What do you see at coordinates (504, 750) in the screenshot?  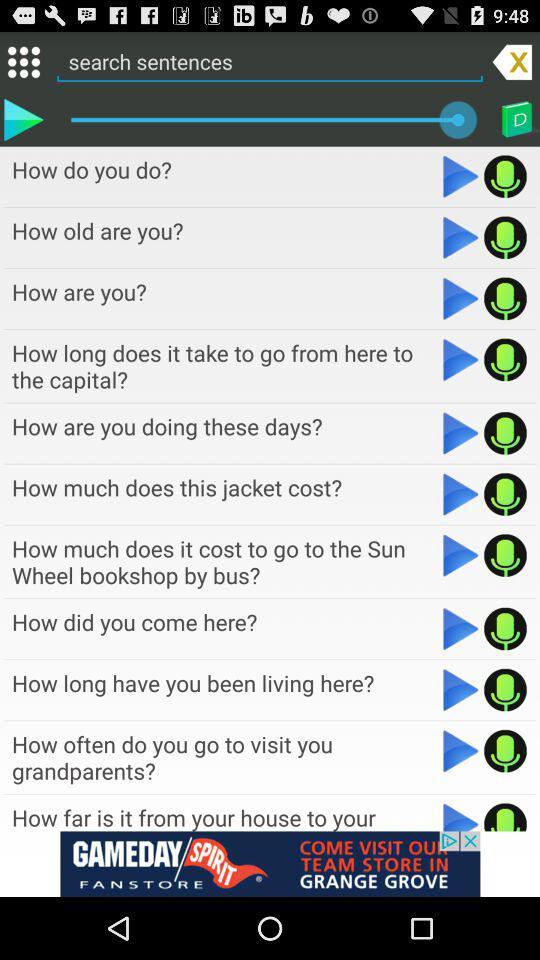 I see `record audio` at bounding box center [504, 750].